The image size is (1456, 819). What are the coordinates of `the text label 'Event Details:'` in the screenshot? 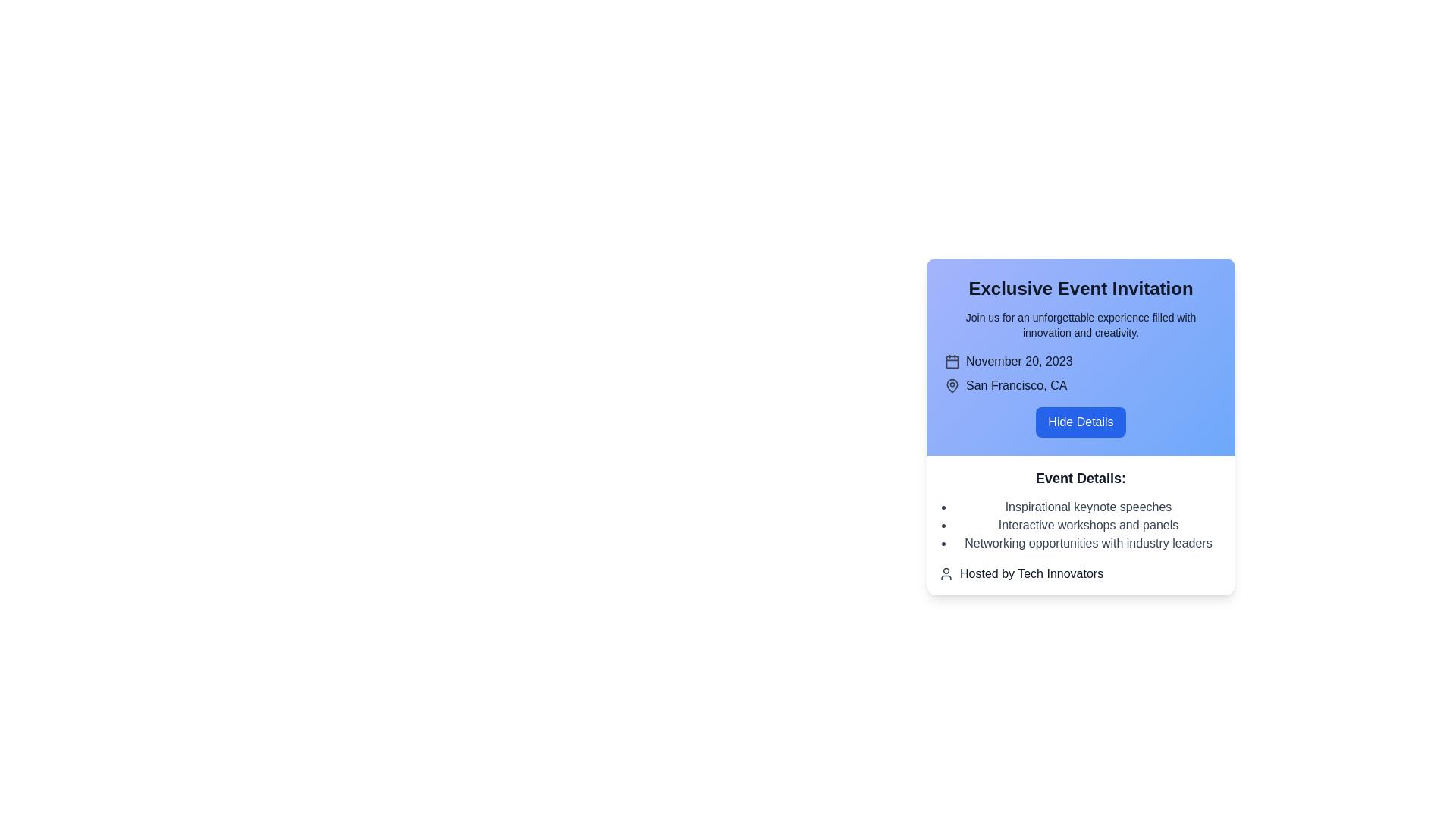 It's located at (1080, 479).